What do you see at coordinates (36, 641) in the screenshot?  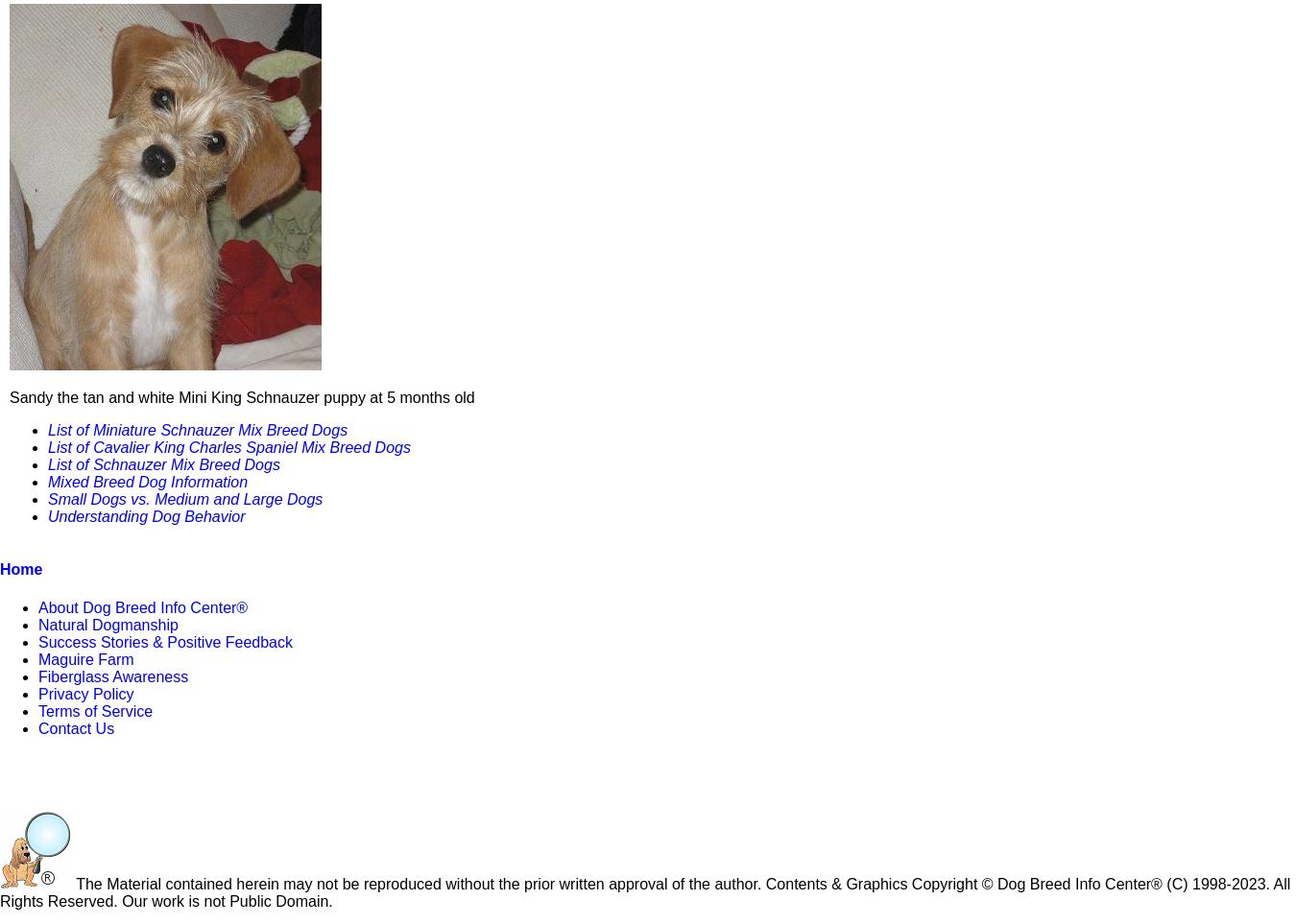 I see `'Success Stories & Positive Feedback'` at bounding box center [36, 641].